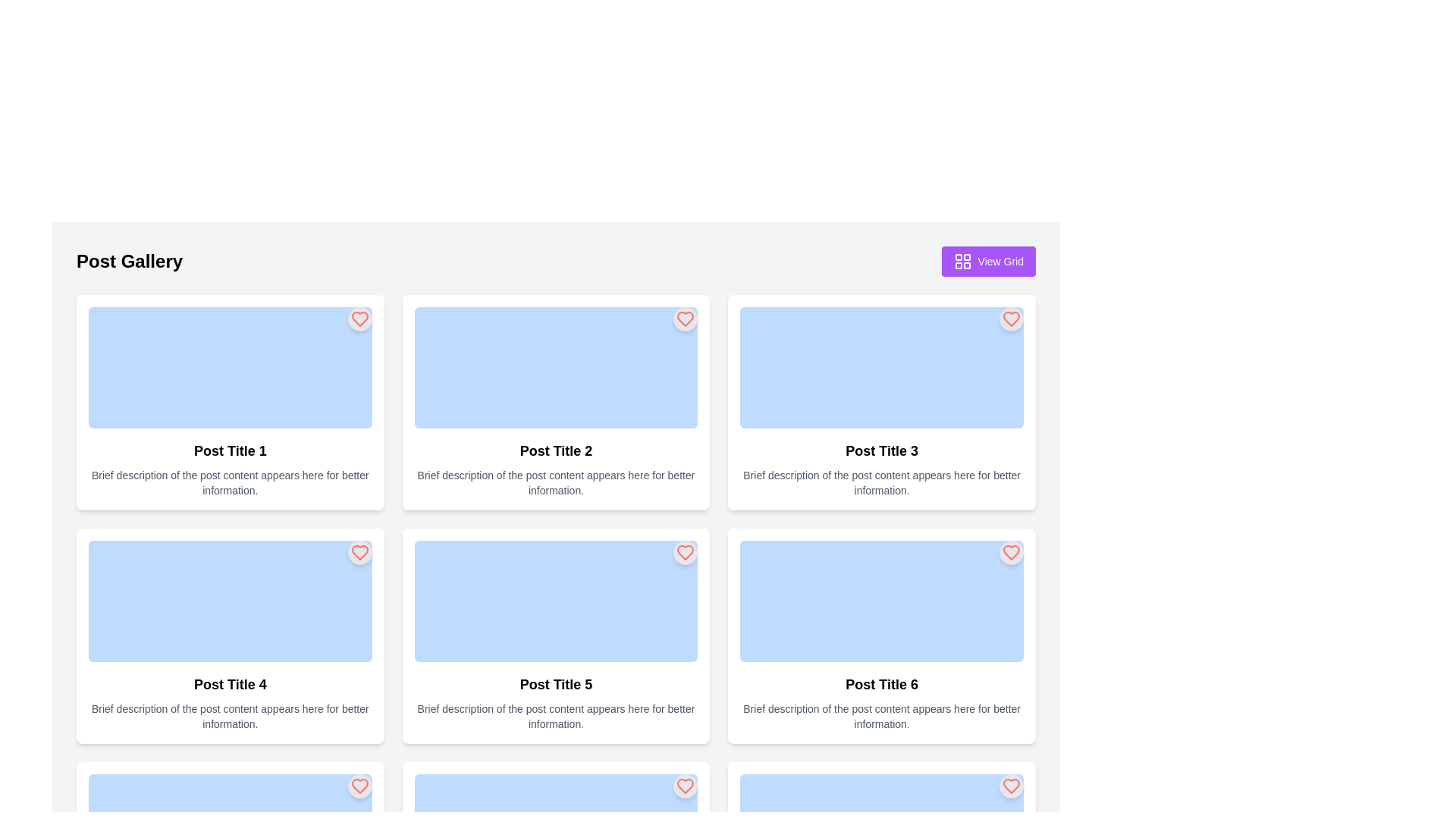 This screenshot has height=819, width=1456. I want to click on the heart-shaped icon button outlined in red, located in the top-right corner of the card titled 'Post Title 2', so click(684, 318).